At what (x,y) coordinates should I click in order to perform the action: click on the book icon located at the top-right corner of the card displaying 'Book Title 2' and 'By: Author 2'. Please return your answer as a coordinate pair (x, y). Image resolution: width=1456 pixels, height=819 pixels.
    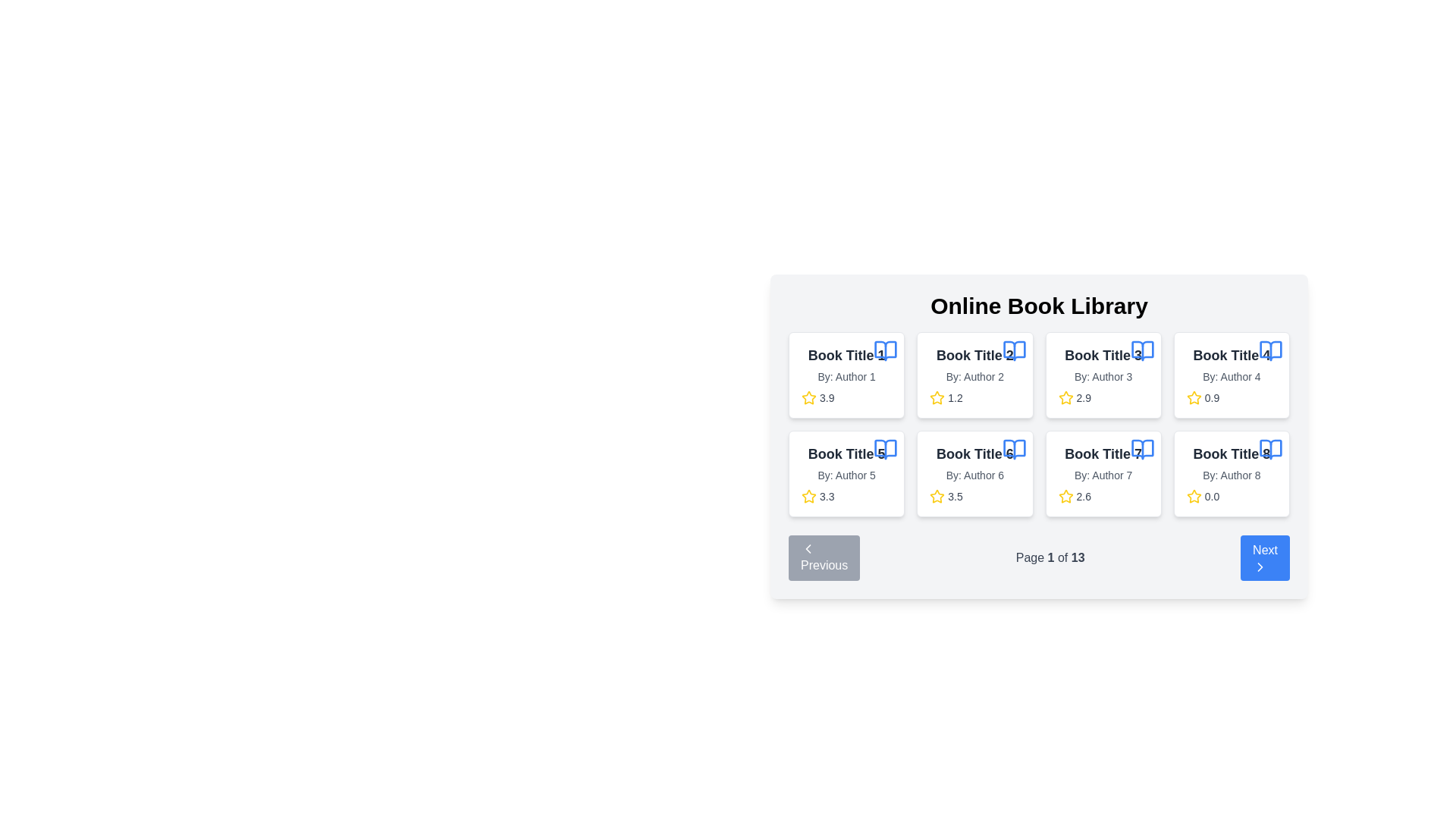
    Looking at the image, I should click on (1014, 350).